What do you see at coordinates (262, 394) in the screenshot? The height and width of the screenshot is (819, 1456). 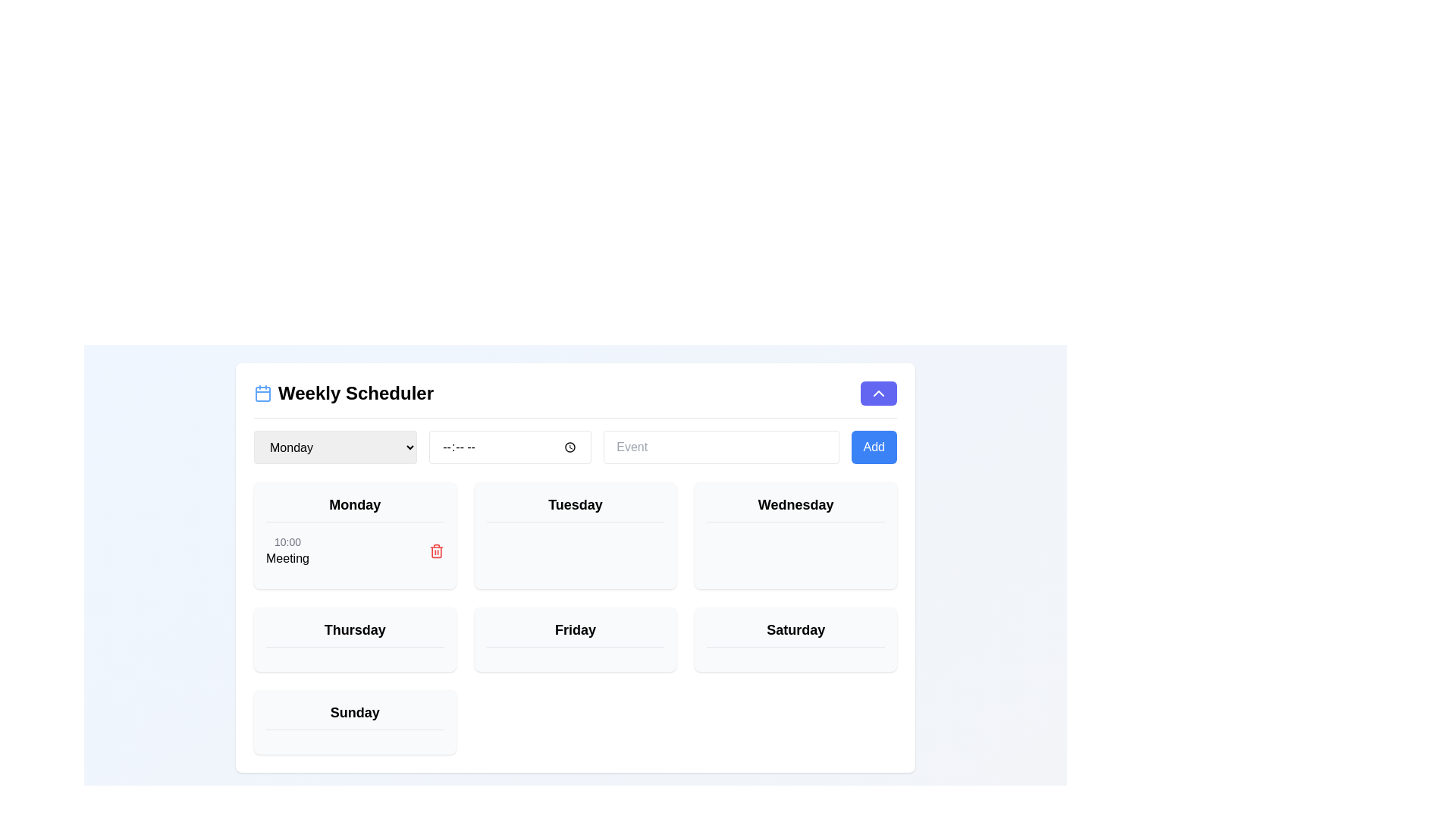 I see `the SVG graphical rectangle with rounded corners that is a central part of the calendar icon located at the top left of the user interface` at bounding box center [262, 394].